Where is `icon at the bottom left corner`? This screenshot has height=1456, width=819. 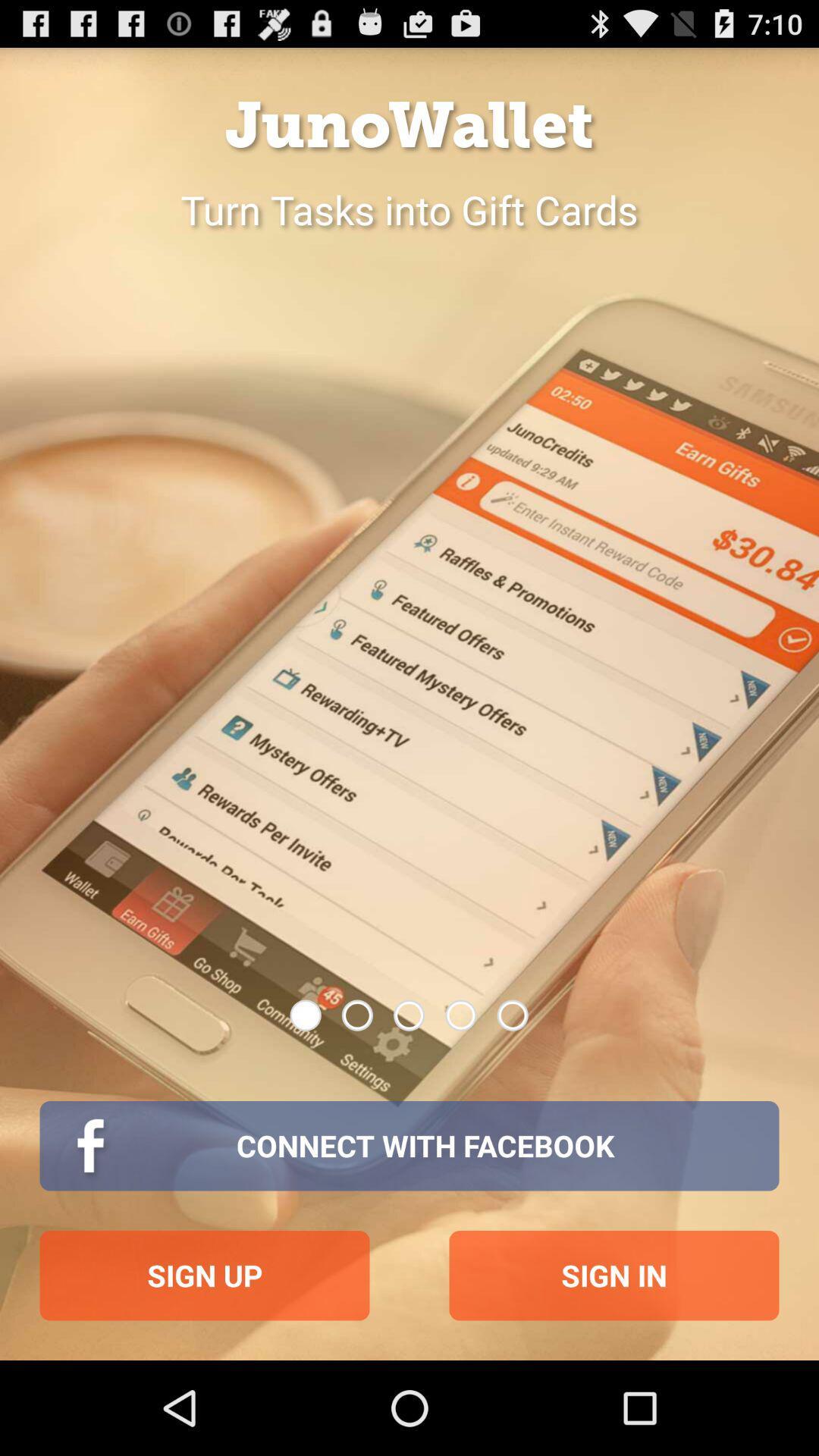
icon at the bottom left corner is located at coordinates (205, 1275).